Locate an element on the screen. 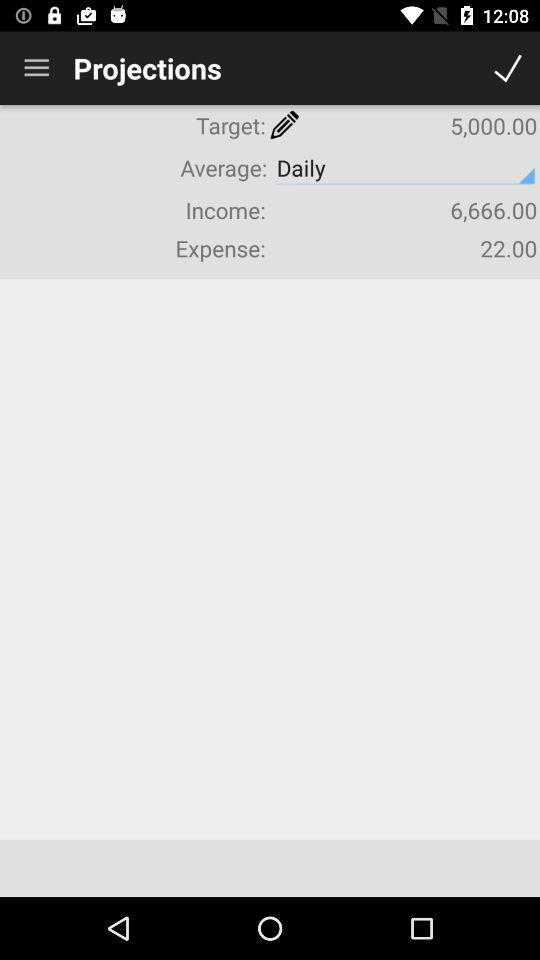 The height and width of the screenshot is (960, 540). done is located at coordinates (508, 68).